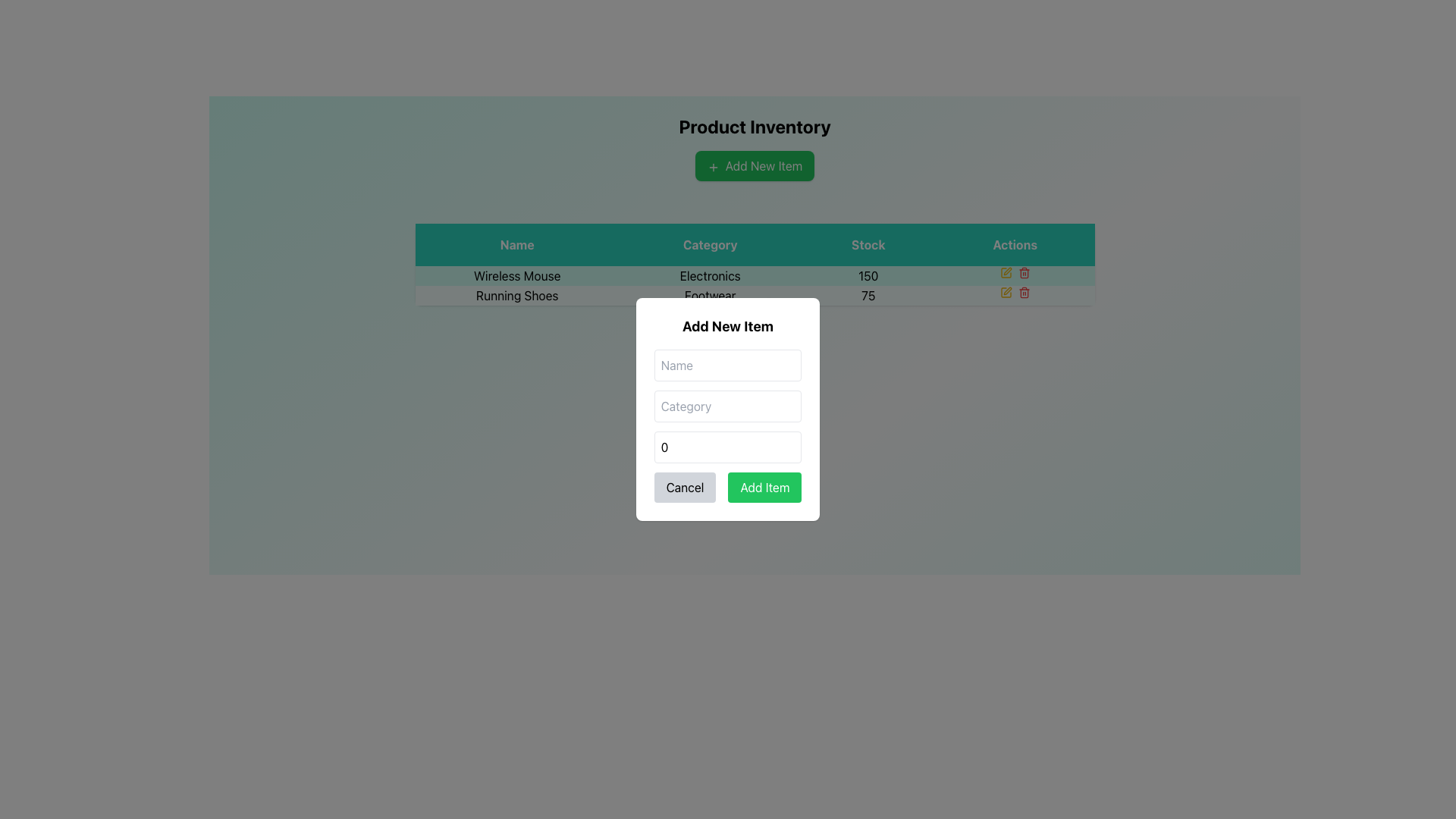 The image size is (1456, 819). Describe the element at coordinates (1007, 291) in the screenshot. I see `the edit icon located in the rightmost 'Actions' column of the table associated with the 'Running Shoes' item in the second row` at that location.